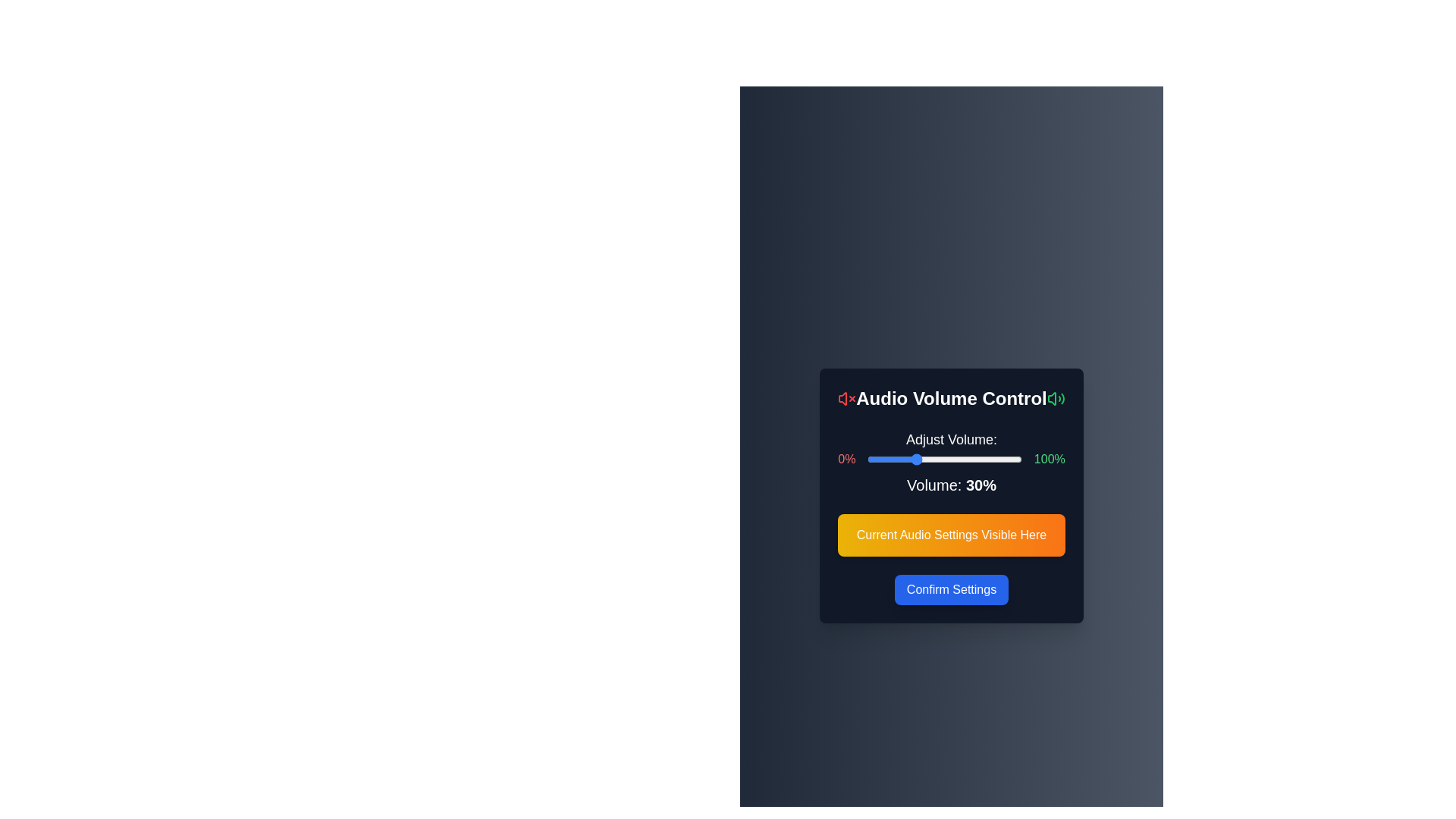 Image resolution: width=1456 pixels, height=819 pixels. I want to click on the volume slider to 88%, so click(1003, 458).